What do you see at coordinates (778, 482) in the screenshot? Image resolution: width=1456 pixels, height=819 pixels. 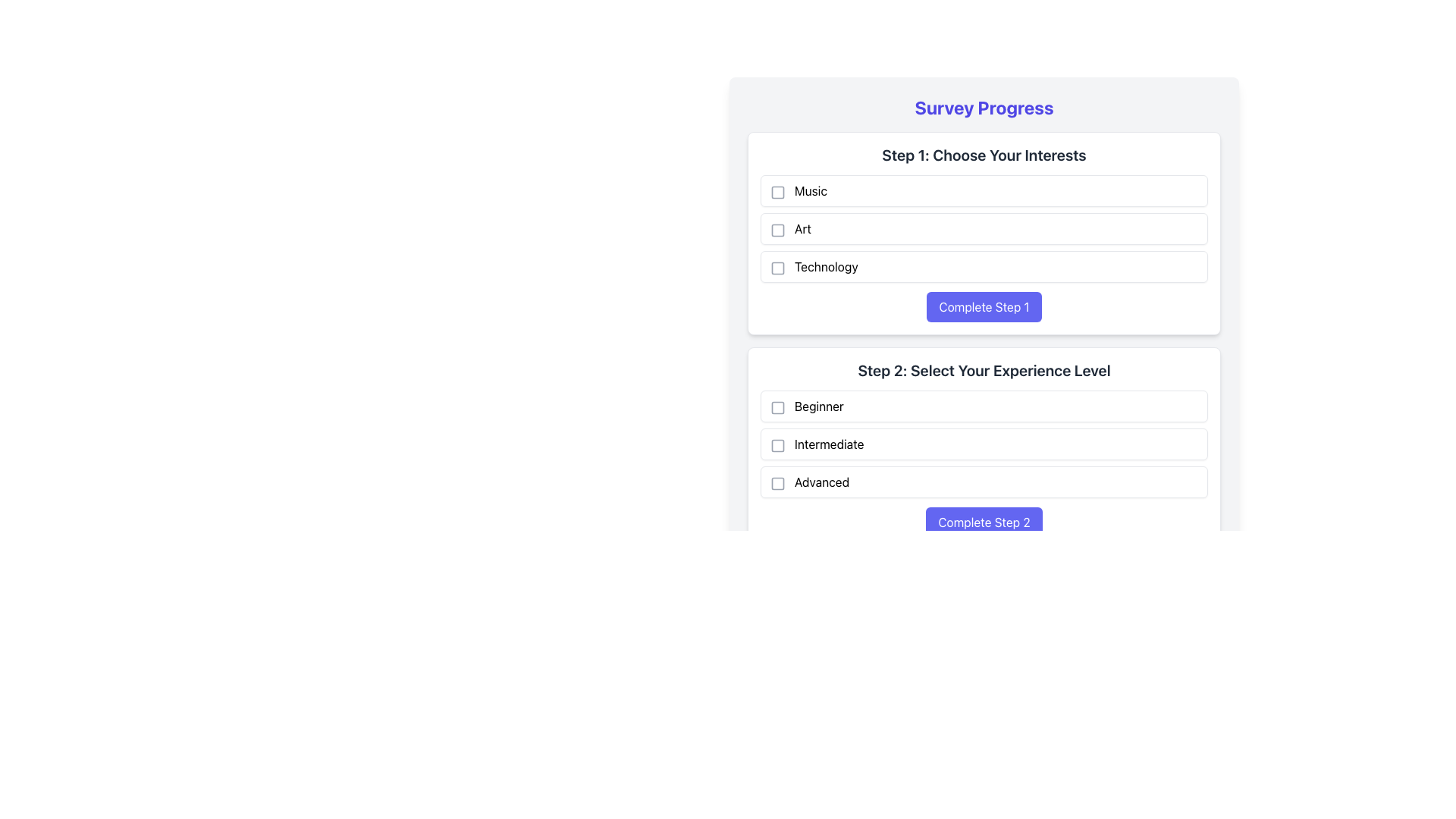 I see `the checkbox located to the left of the text 'Advanced' in the 'Step 2: Select Your Experience Level' section` at bounding box center [778, 482].